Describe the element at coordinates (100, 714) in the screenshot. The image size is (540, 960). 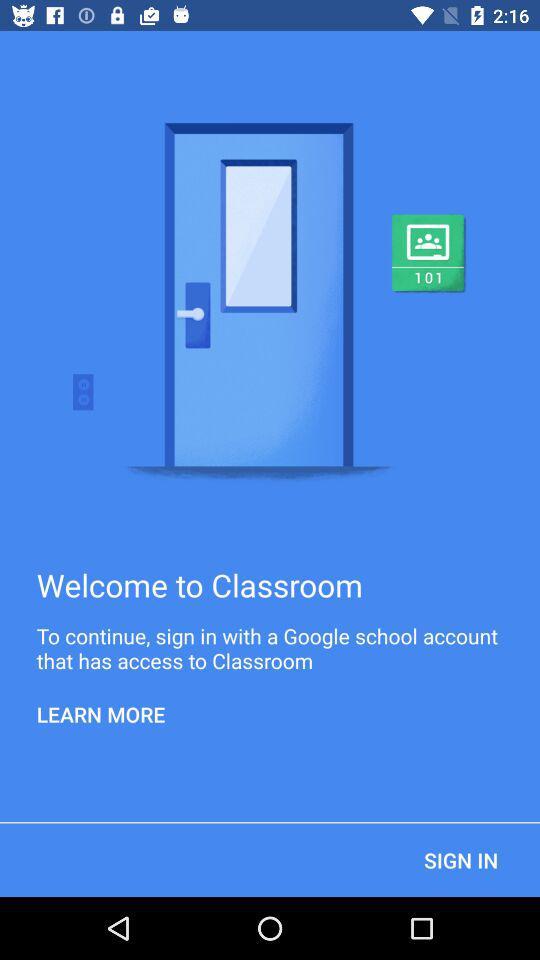
I see `learn more item` at that location.